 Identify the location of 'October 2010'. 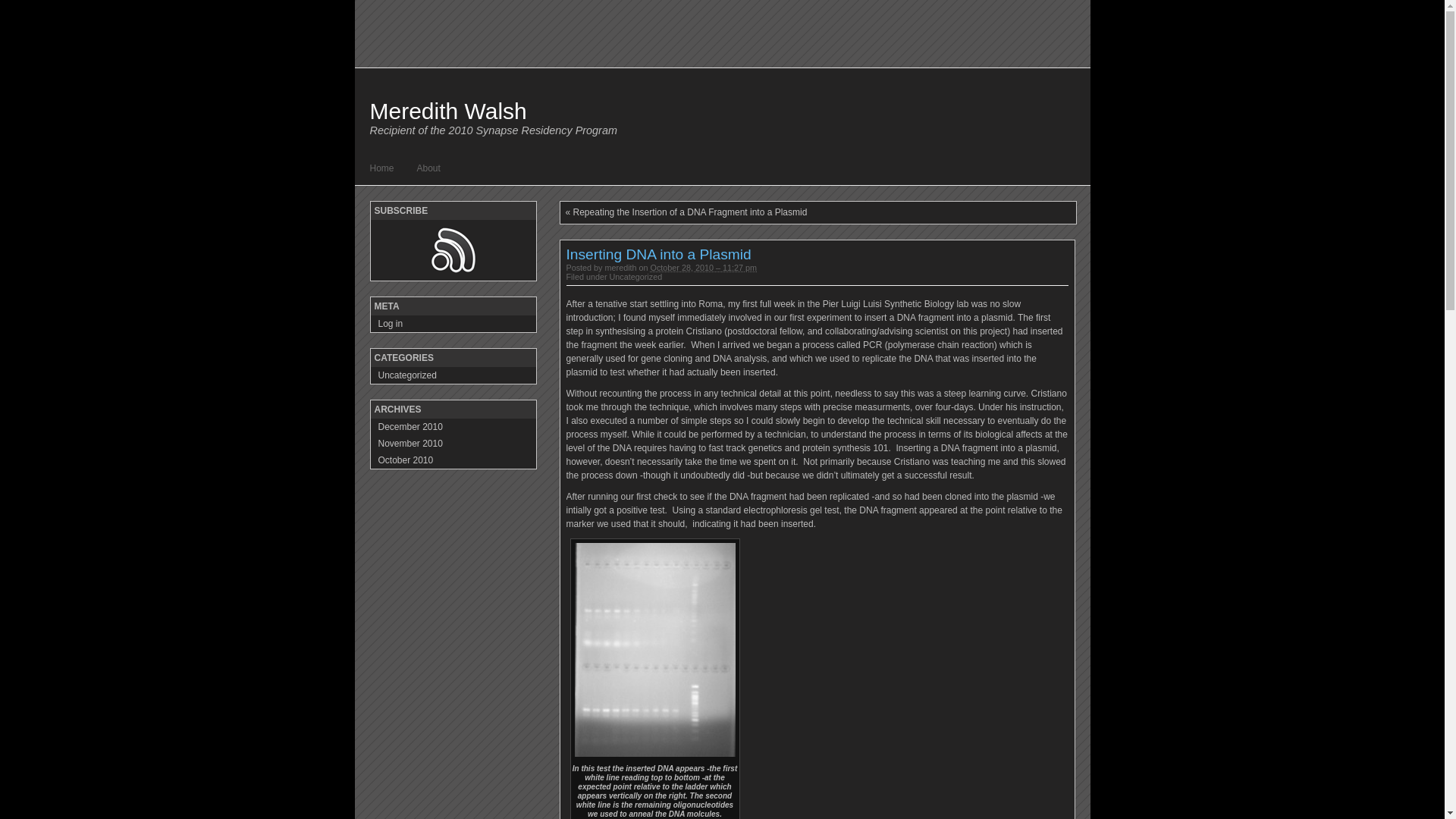
(451, 459).